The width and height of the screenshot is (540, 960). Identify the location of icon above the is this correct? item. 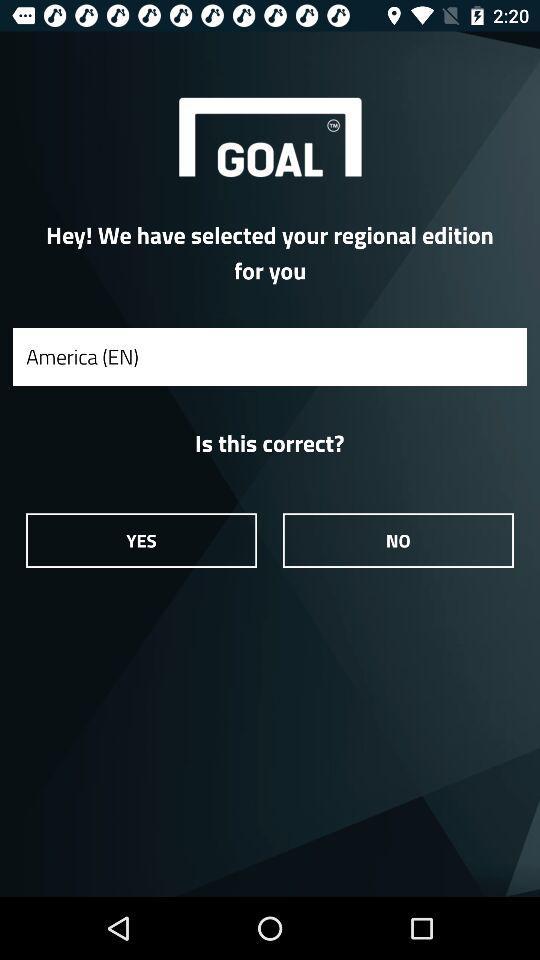
(270, 356).